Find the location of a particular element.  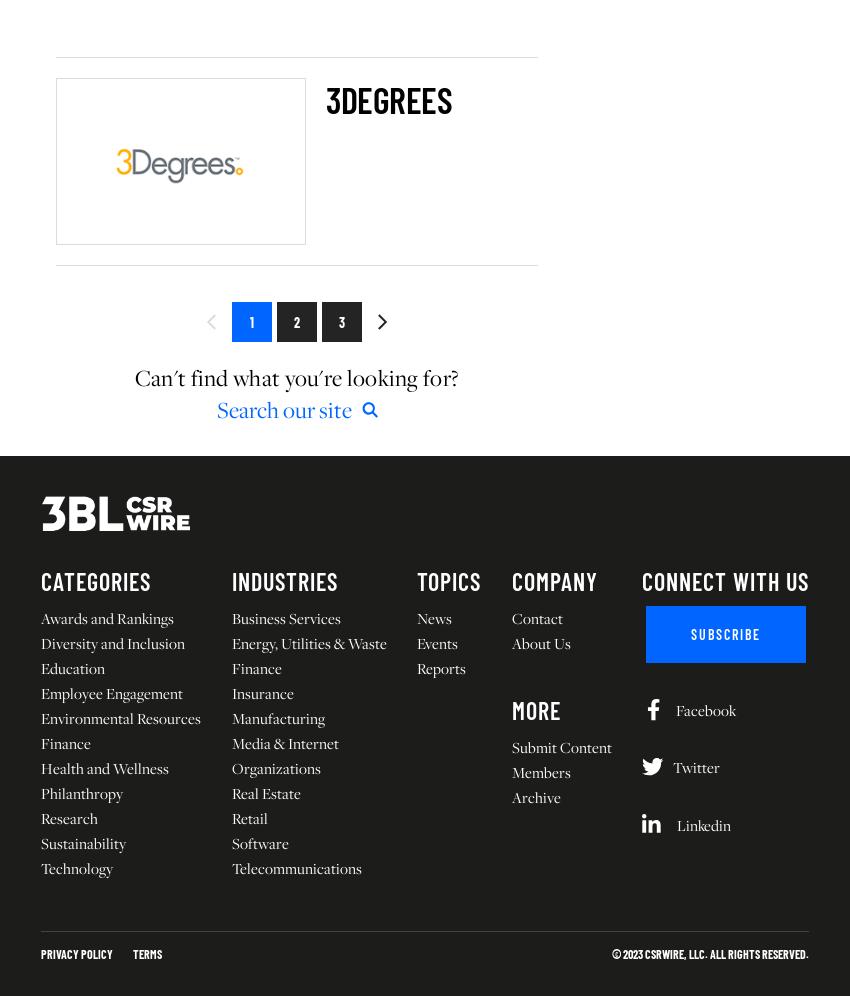

'Telecommunications' is located at coordinates (294, 867).